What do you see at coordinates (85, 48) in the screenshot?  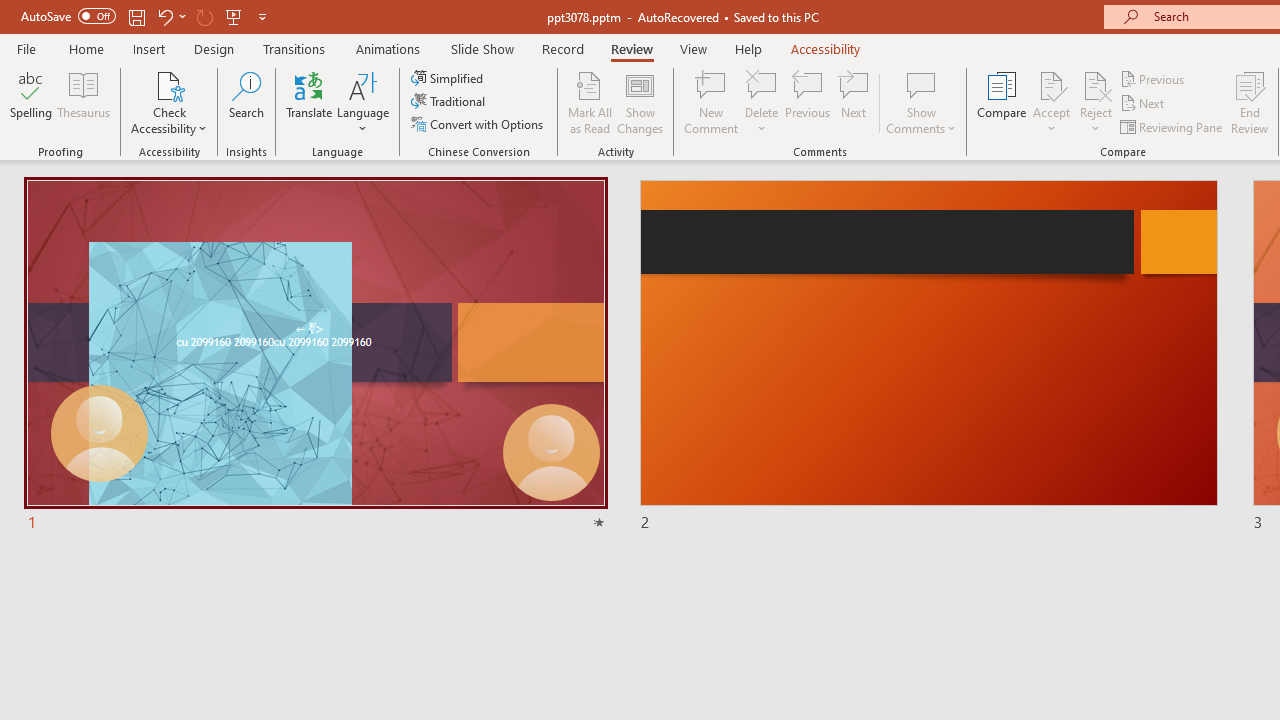 I see `'Home'` at bounding box center [85, 48].